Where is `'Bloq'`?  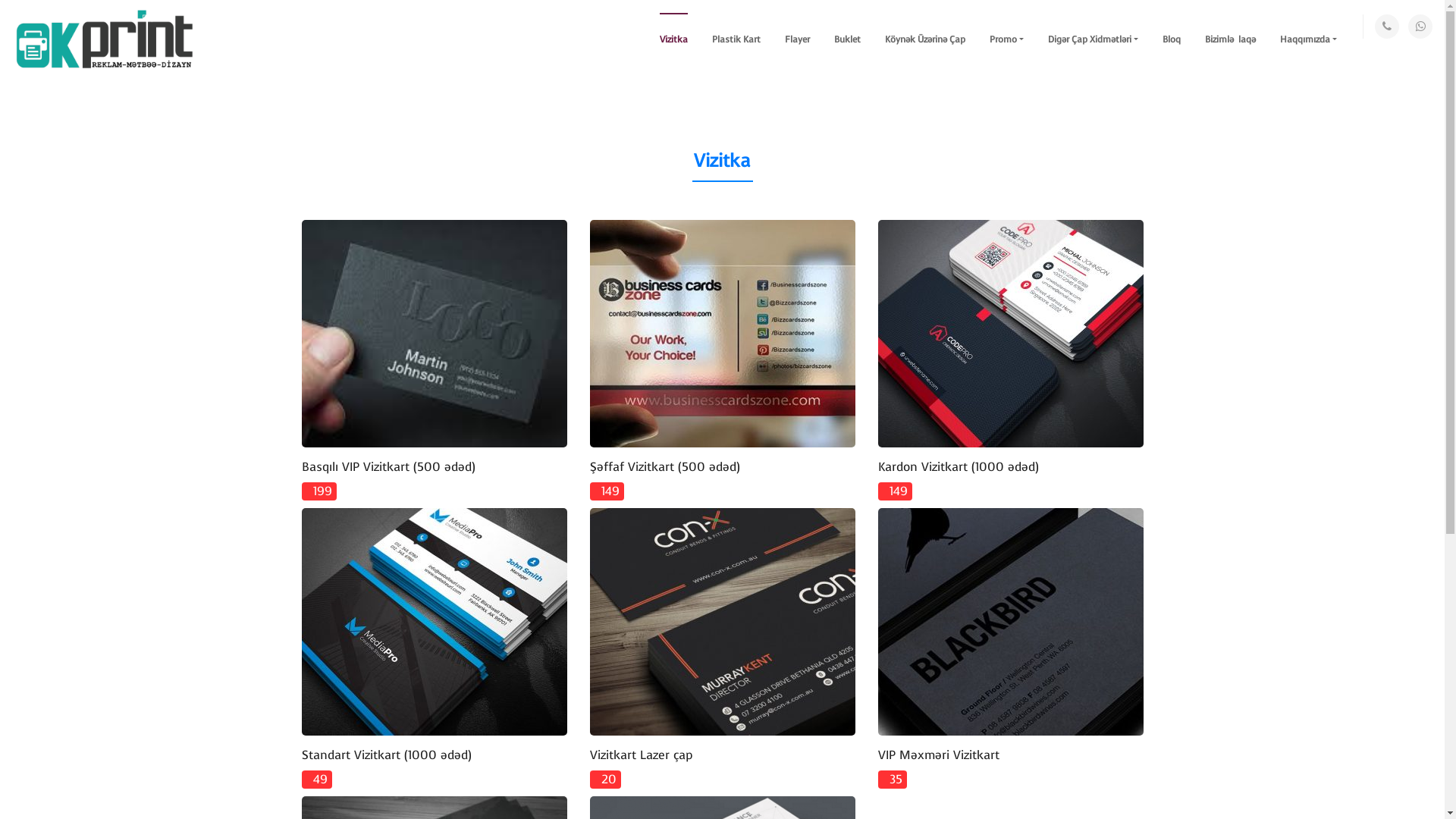 'Bloq' is located at coordinates (1161, 38).